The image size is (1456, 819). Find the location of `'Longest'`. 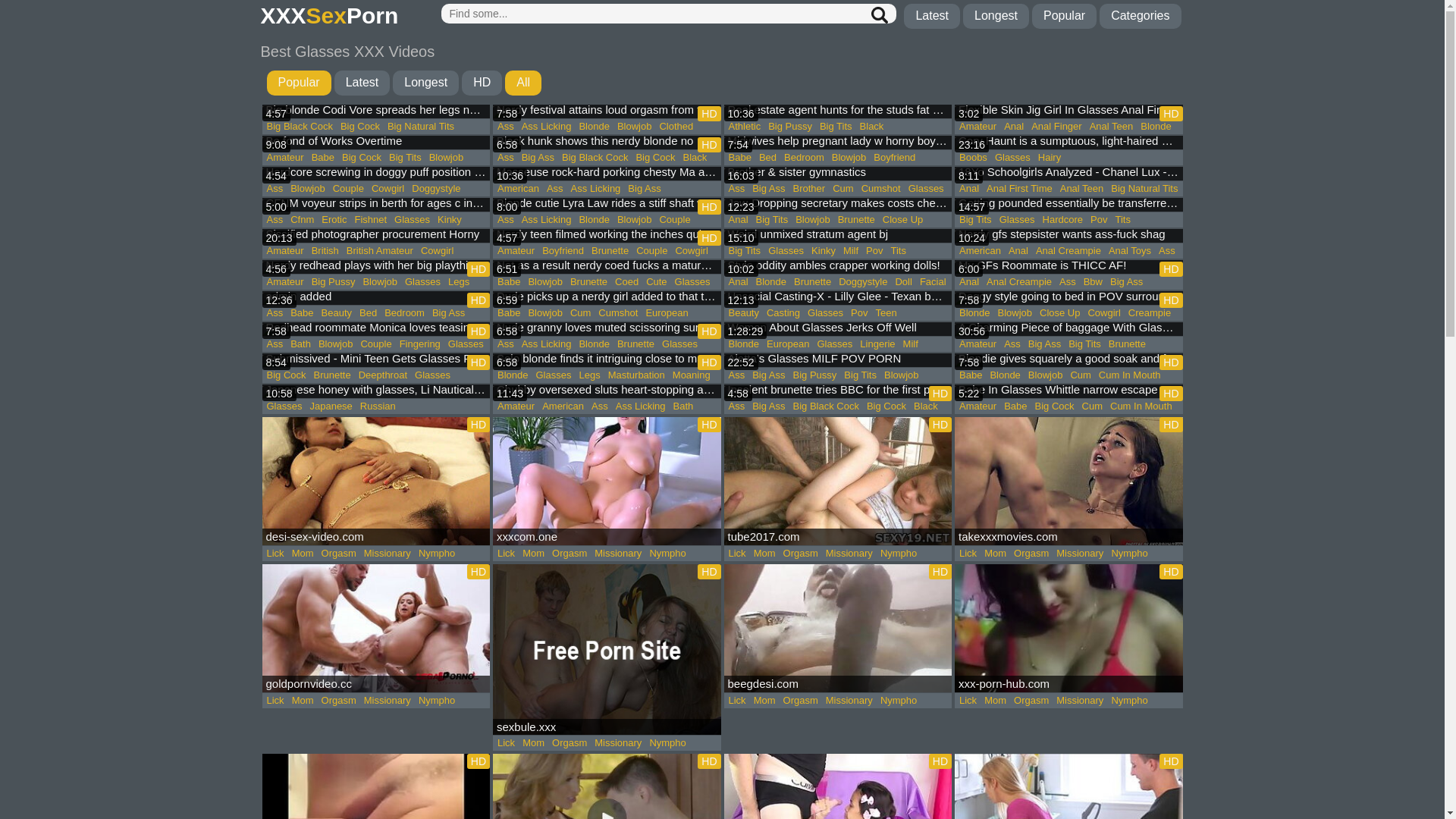

'Longest' is located at coordinates (425, 83).